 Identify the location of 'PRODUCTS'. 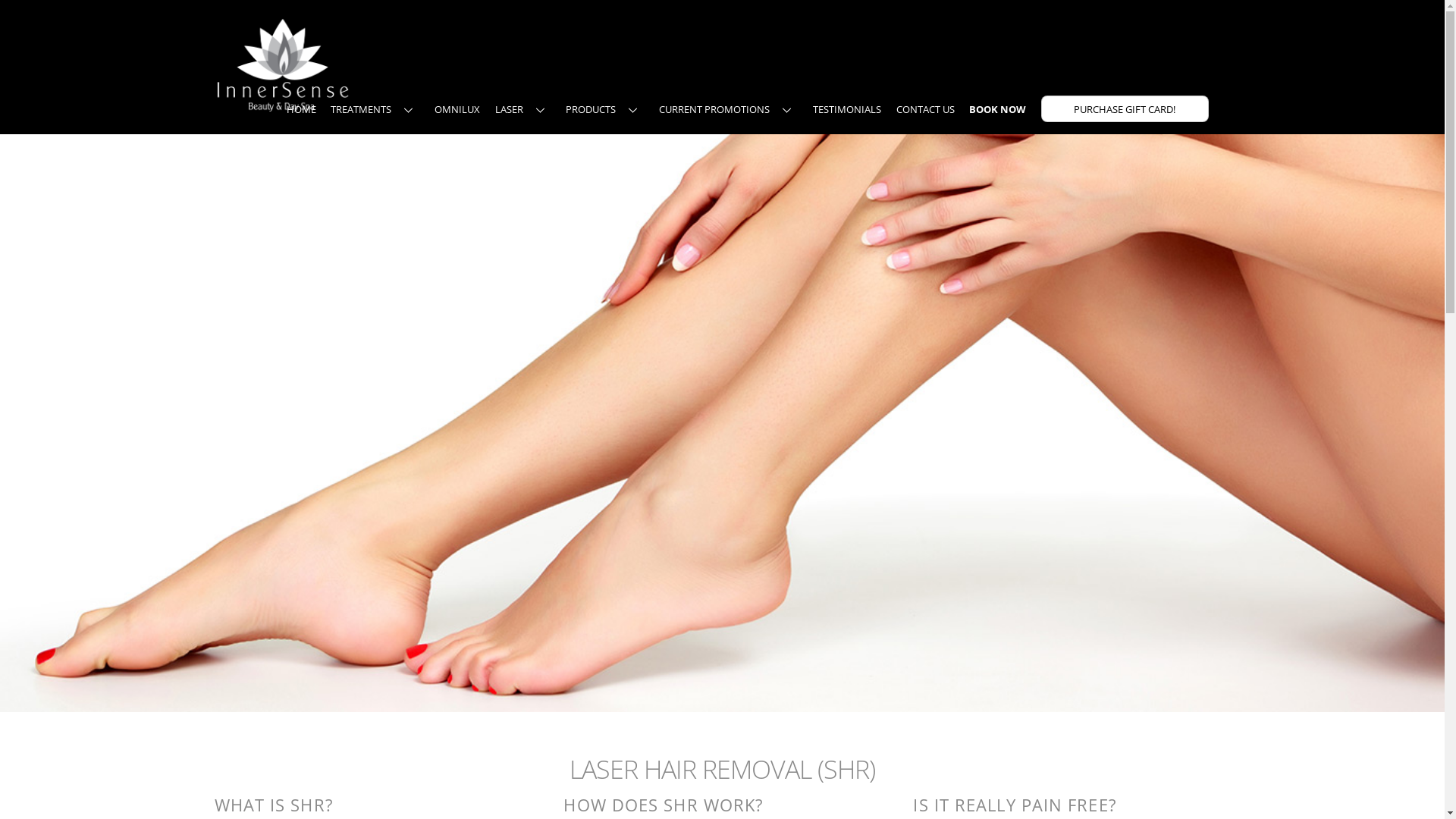
(604, 108).